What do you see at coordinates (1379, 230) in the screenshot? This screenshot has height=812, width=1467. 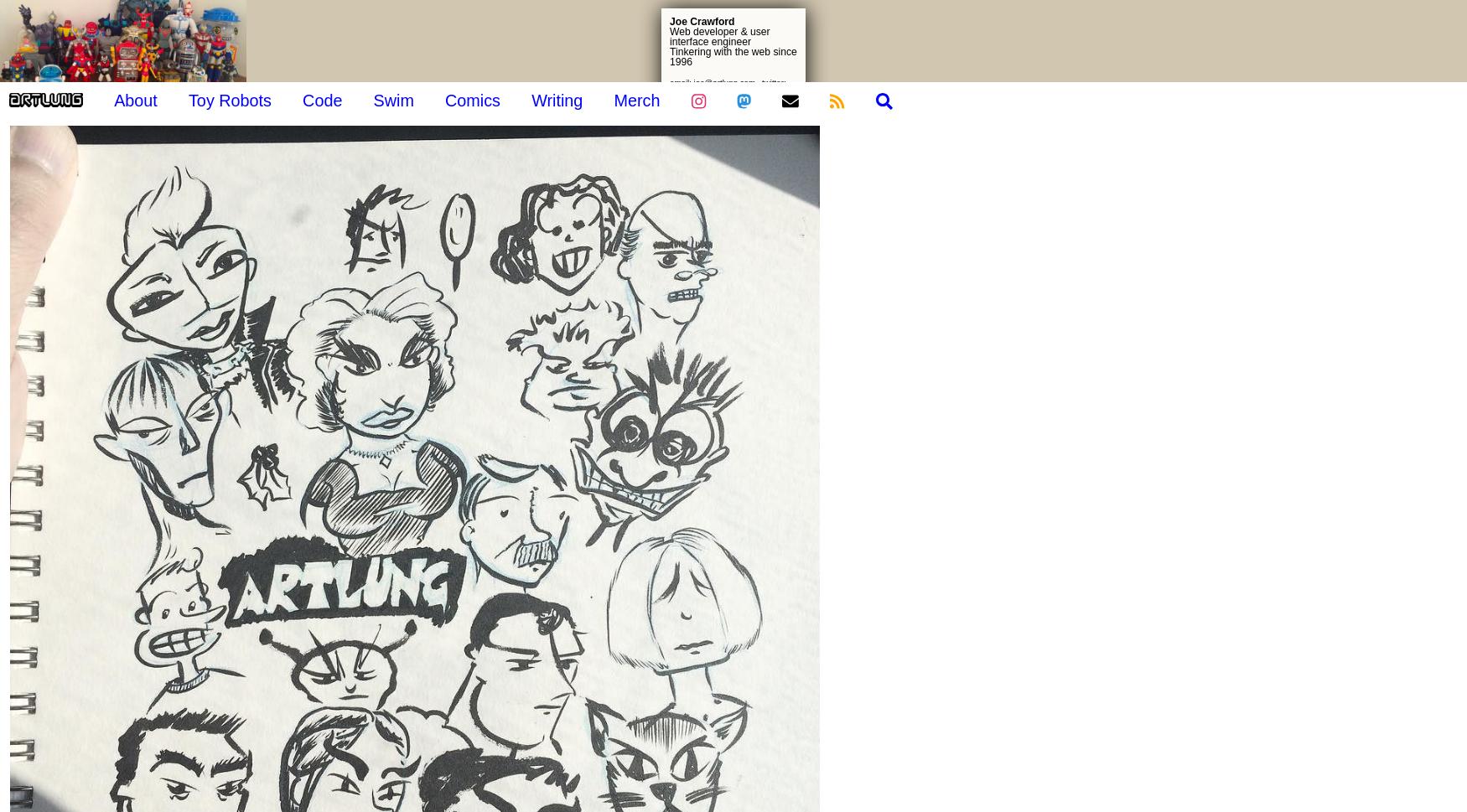 I see `'aka'` at bounding box center [1379, 230].